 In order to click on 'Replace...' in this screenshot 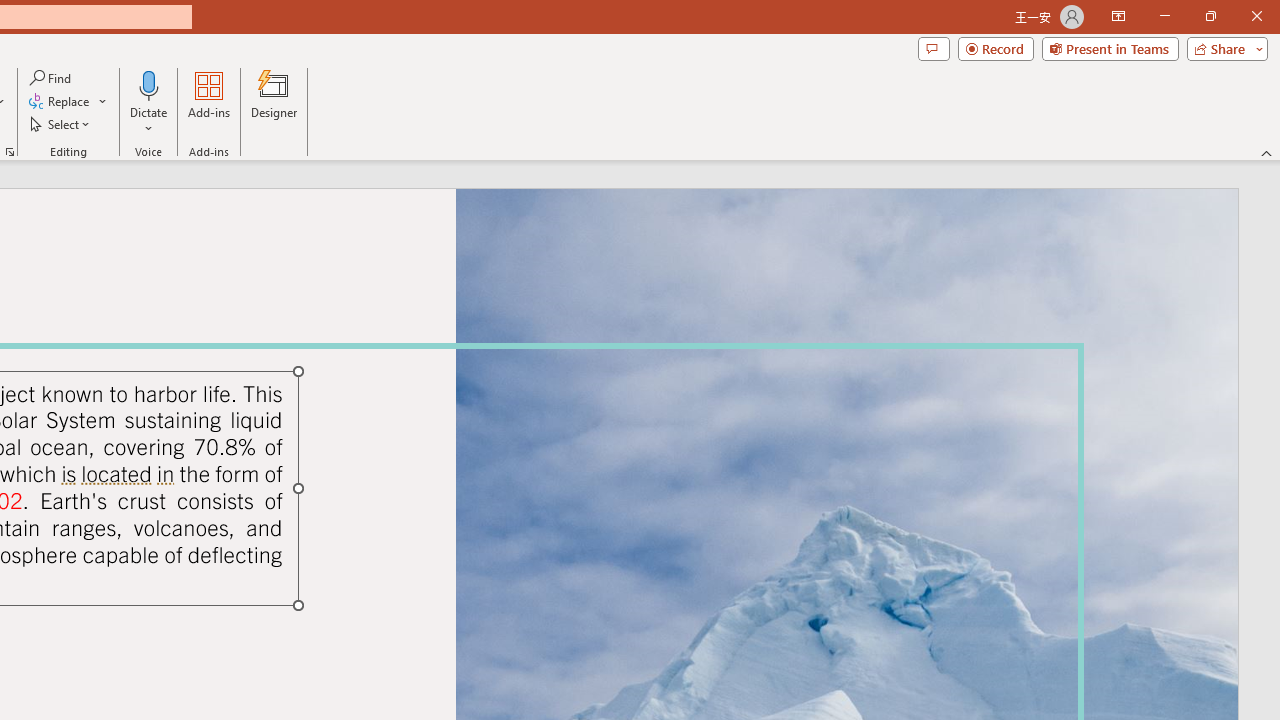, I will do `click(60, 101)`.